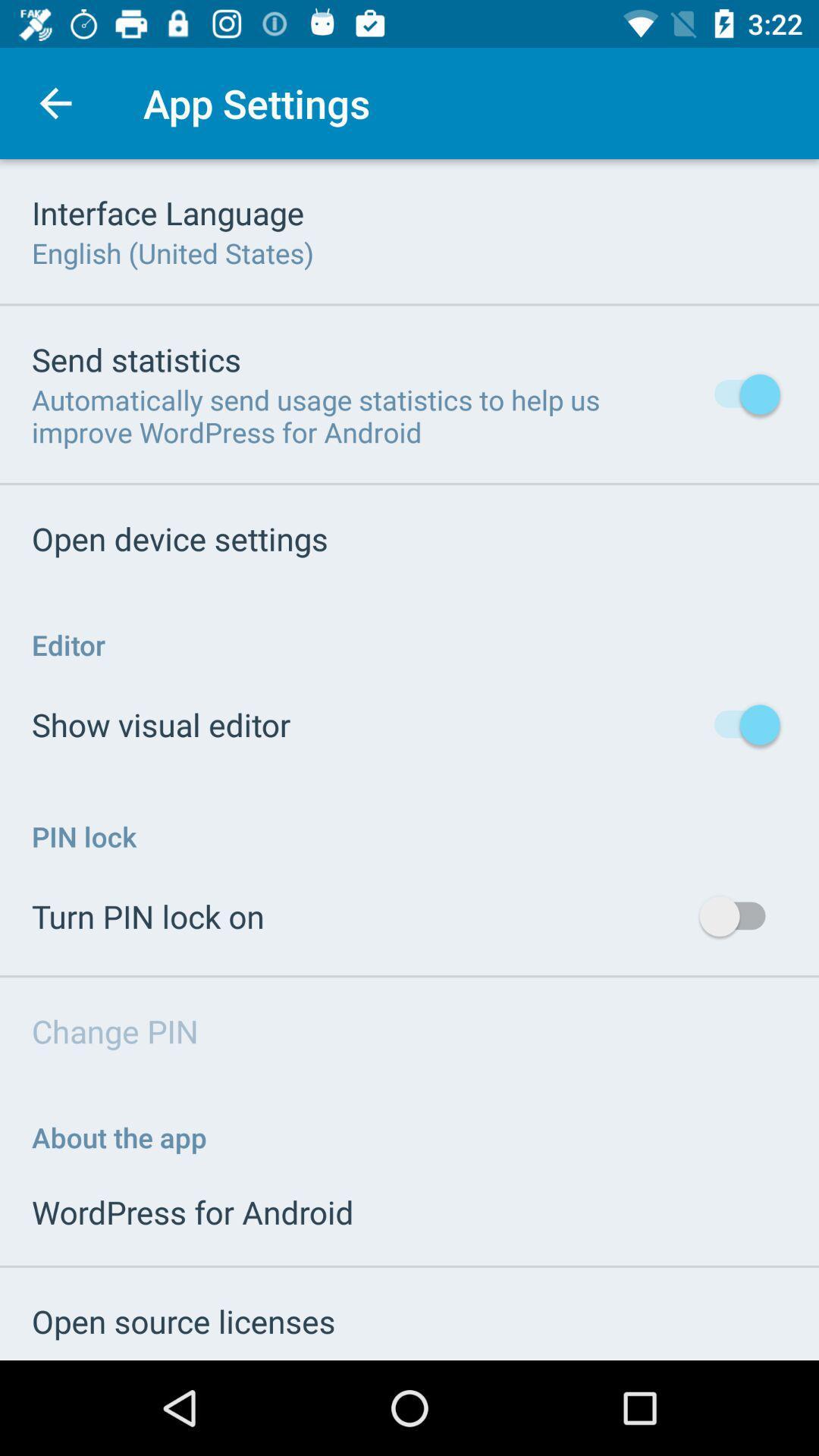 The image size is (819, 1456). Describe the element at coordinates (362, 416) in the screenshot. I see `automatically send usage item` at that location.